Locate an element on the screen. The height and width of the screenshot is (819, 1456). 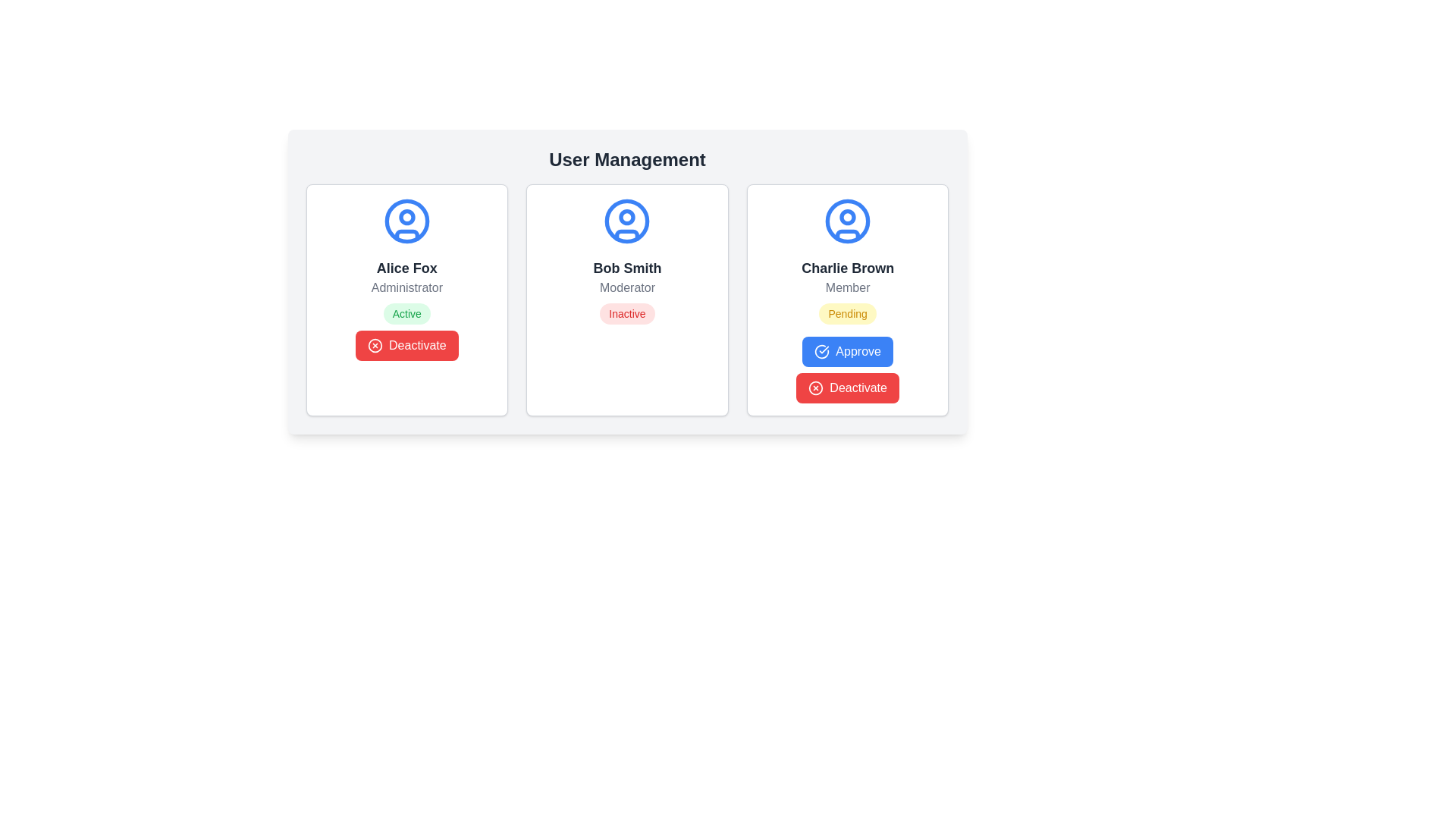
the green pill-shaped status indicator labeled 'Active', which is located in the center of the card interface for user 'Alice Fox', positioned below the user's name and above the 'Deactivate' button is located at coordinates (406, 312).